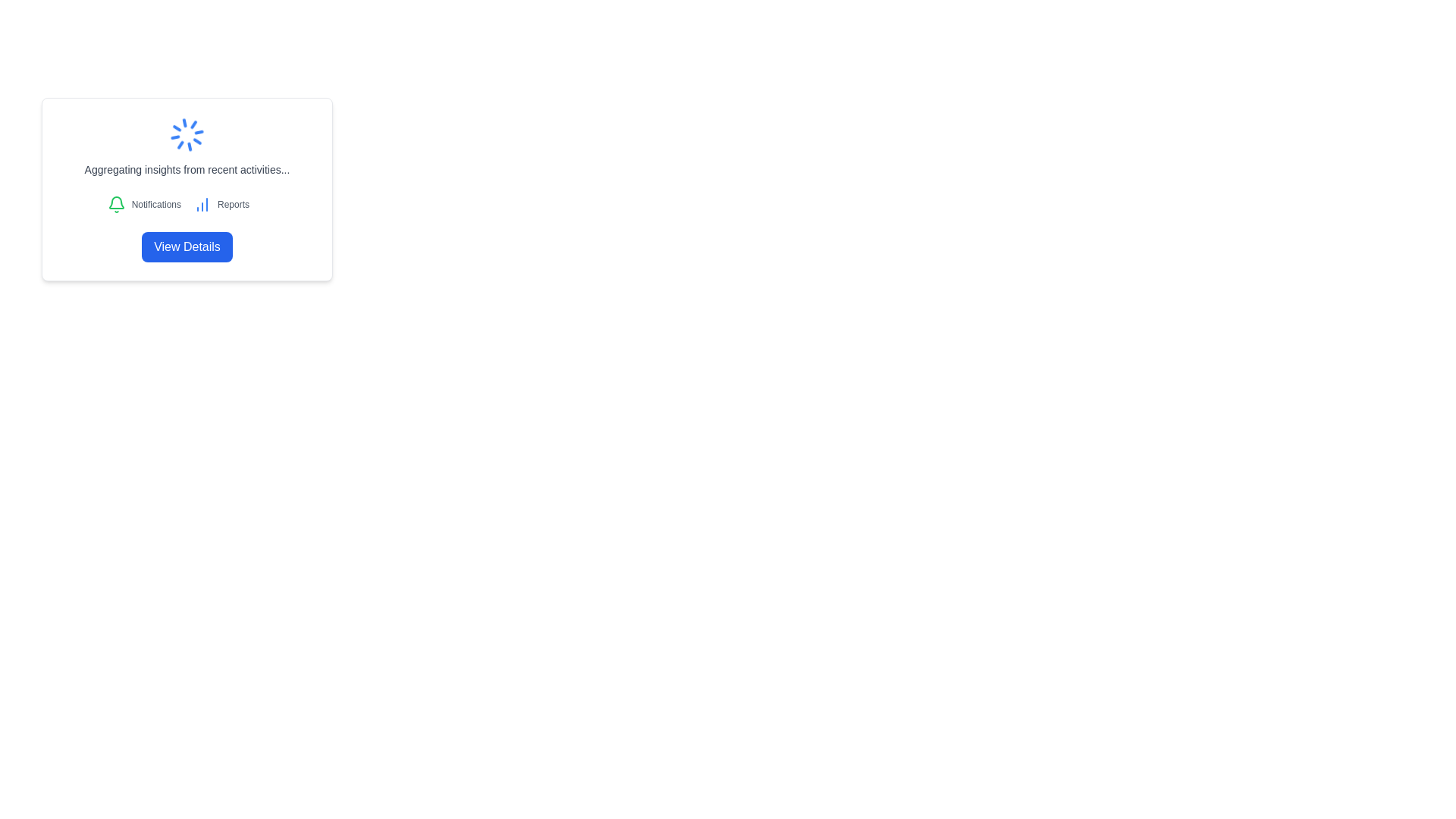 The width and height of the screenshot is (1456, 819). I want to click on the Notifications label with icon component, which is the first item in the top-left corner of the two-column grid layout, so click(144, 205).